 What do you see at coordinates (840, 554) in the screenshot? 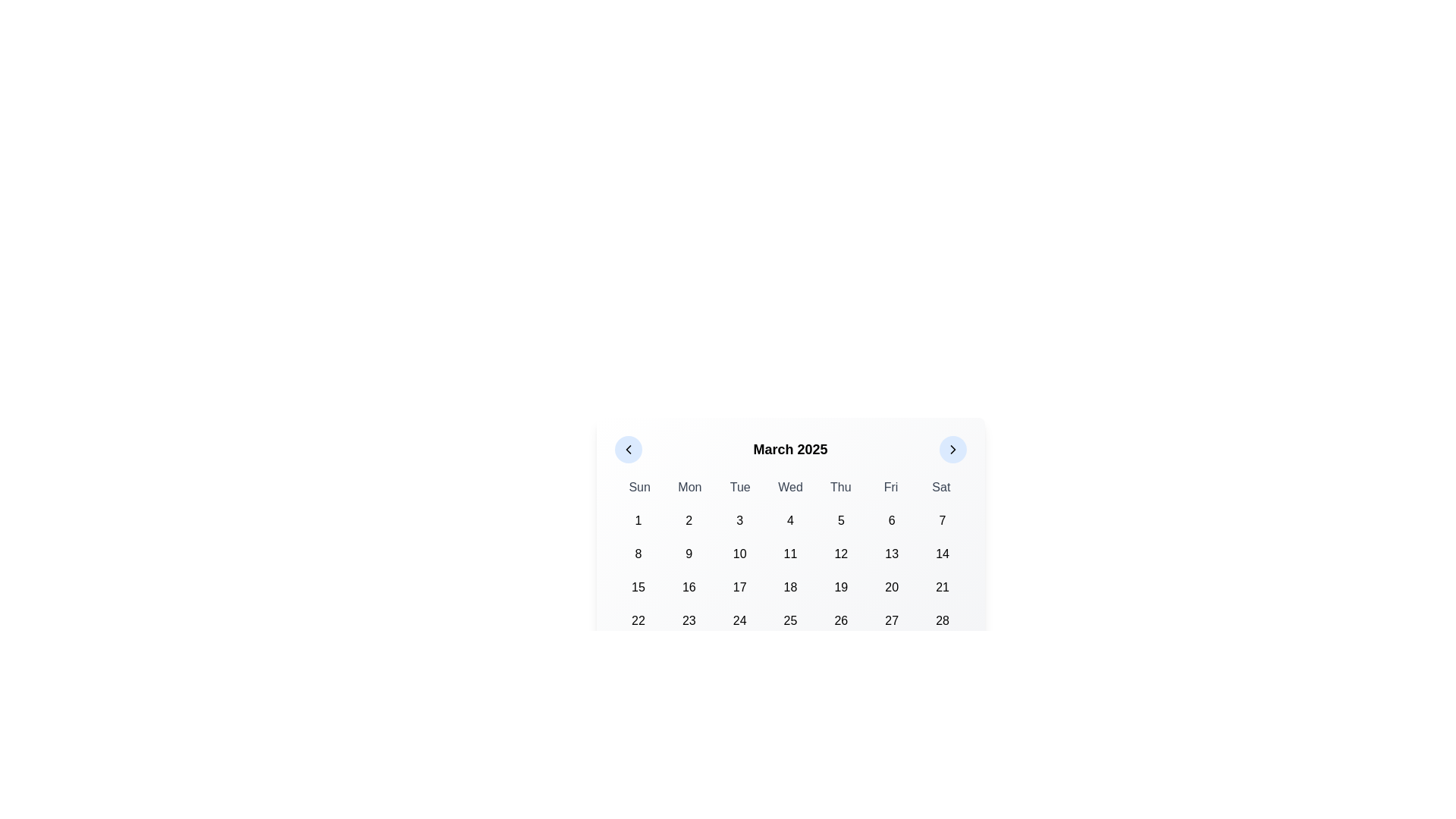
I see `the button displaying '12' in bold black font, located in the second row and fifth column of the calendar grid, to observe the hover effect` at bounding box center [840, 554].